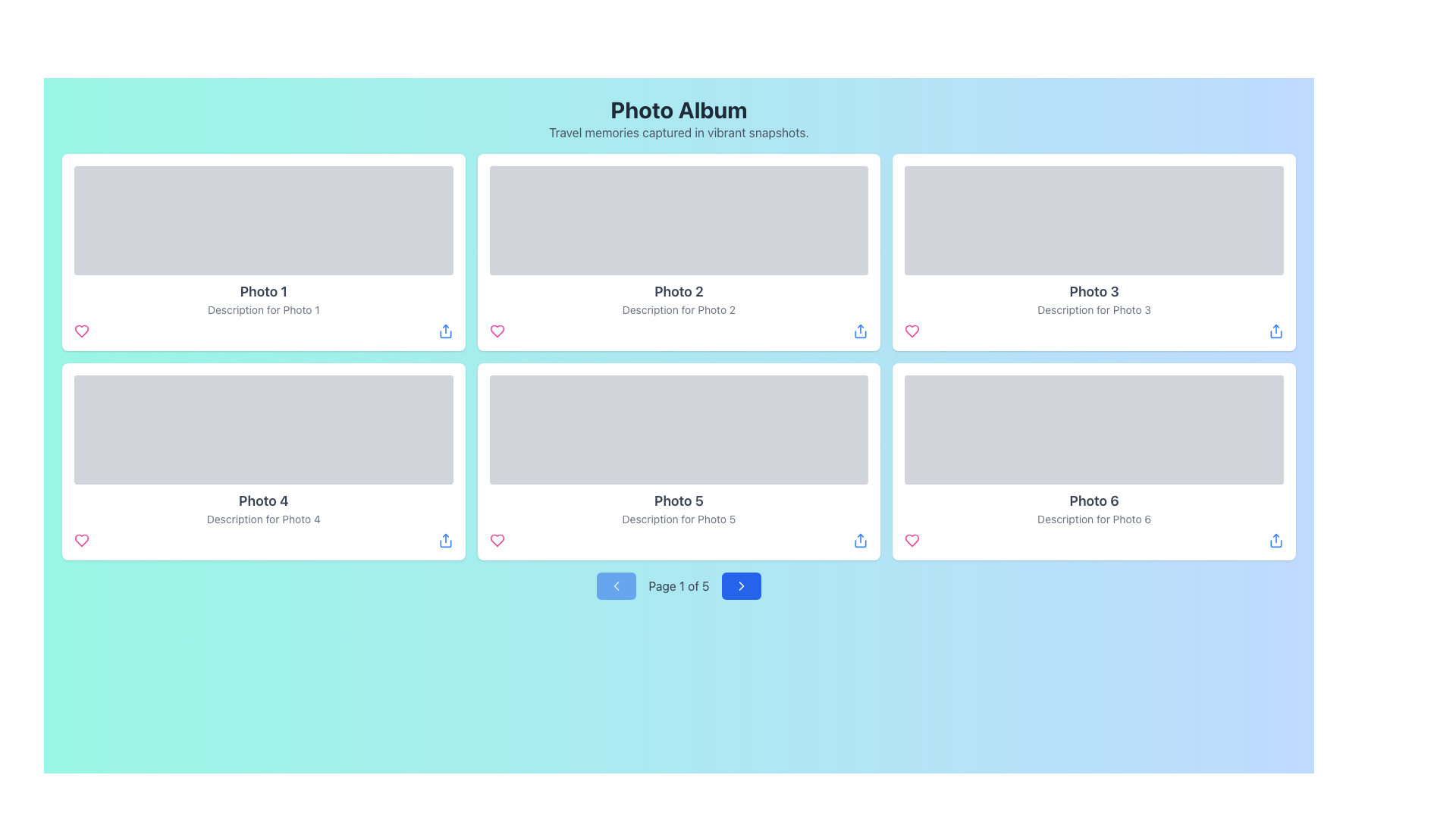  What do you see at coordinates (263, 309) in the screenshot?
I see `the Text Label that provides descriptive context for the photo in the first card of the grid display, positioned below the 'Photo 1' title and above the interactive icons` at bounding box center [263, 309].